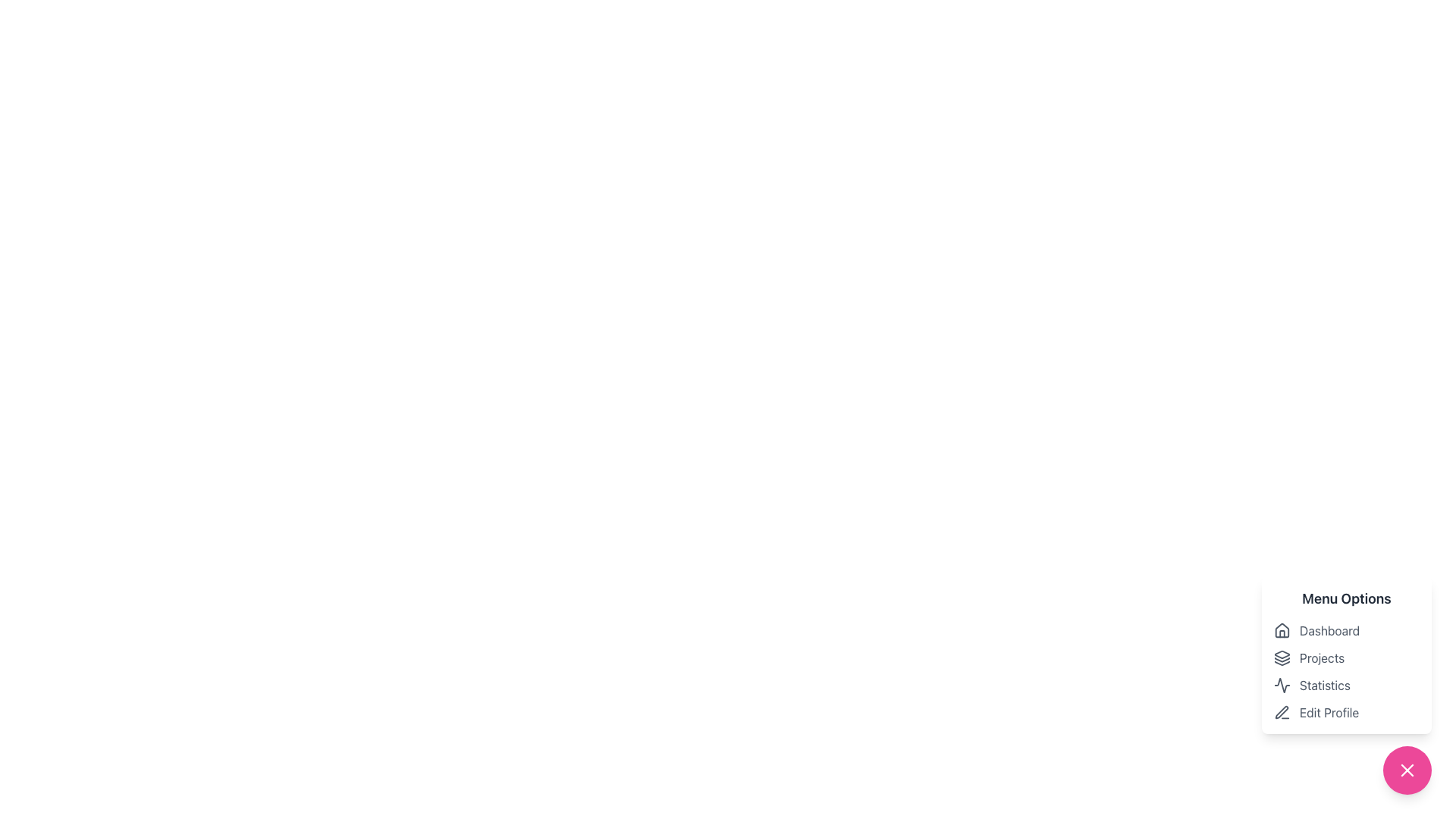 The image size is (1456, 819). What do you see at coordinates (1281, 713) in the screenshot?
I see `the pen icon that is part of the 'Edit Profile' menu option, located on the right side of the interface, preceding the text label 'Edit Profile'` at bounding box center [1281, 713].